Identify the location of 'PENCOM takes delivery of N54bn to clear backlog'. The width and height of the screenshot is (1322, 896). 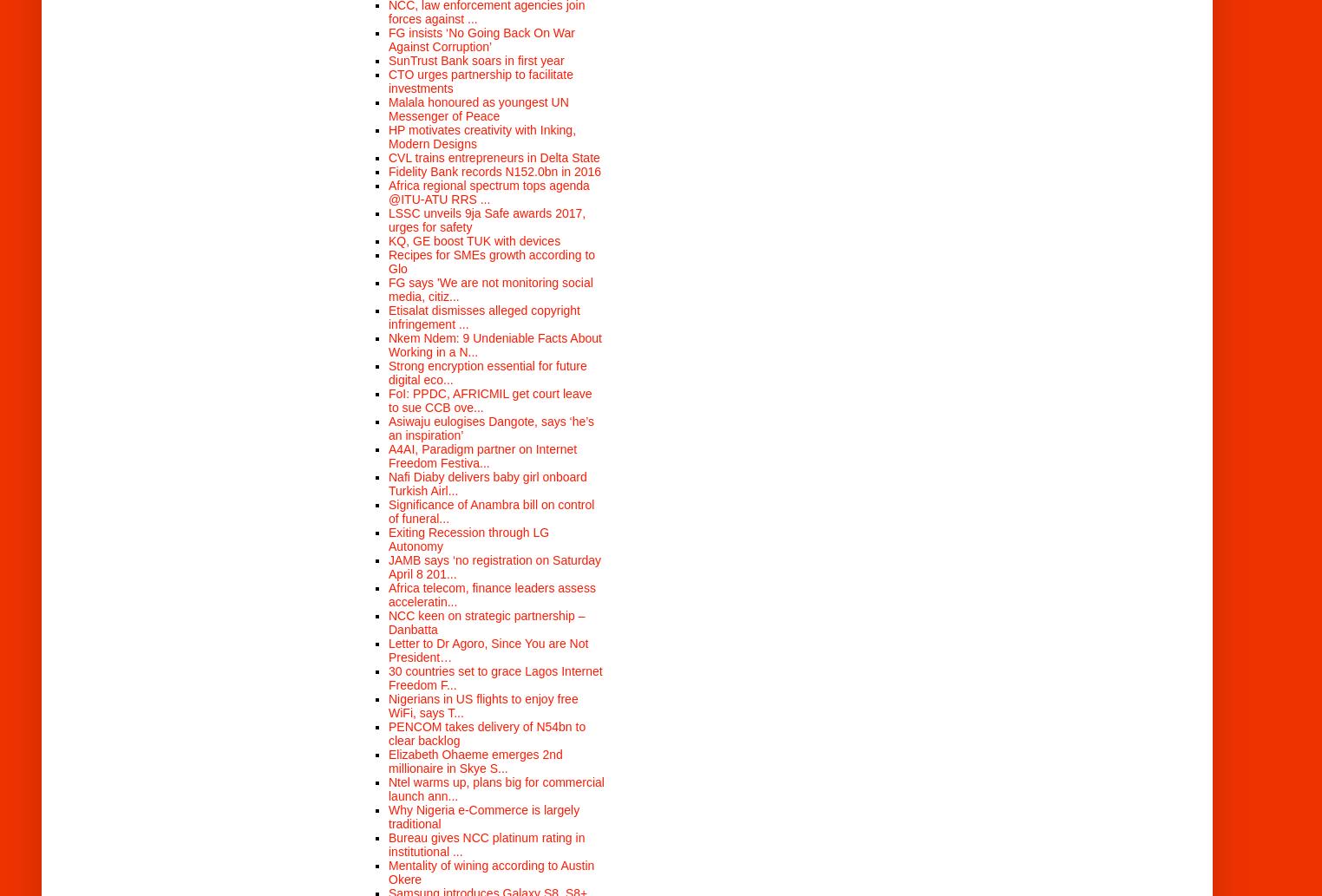
(389, 732).